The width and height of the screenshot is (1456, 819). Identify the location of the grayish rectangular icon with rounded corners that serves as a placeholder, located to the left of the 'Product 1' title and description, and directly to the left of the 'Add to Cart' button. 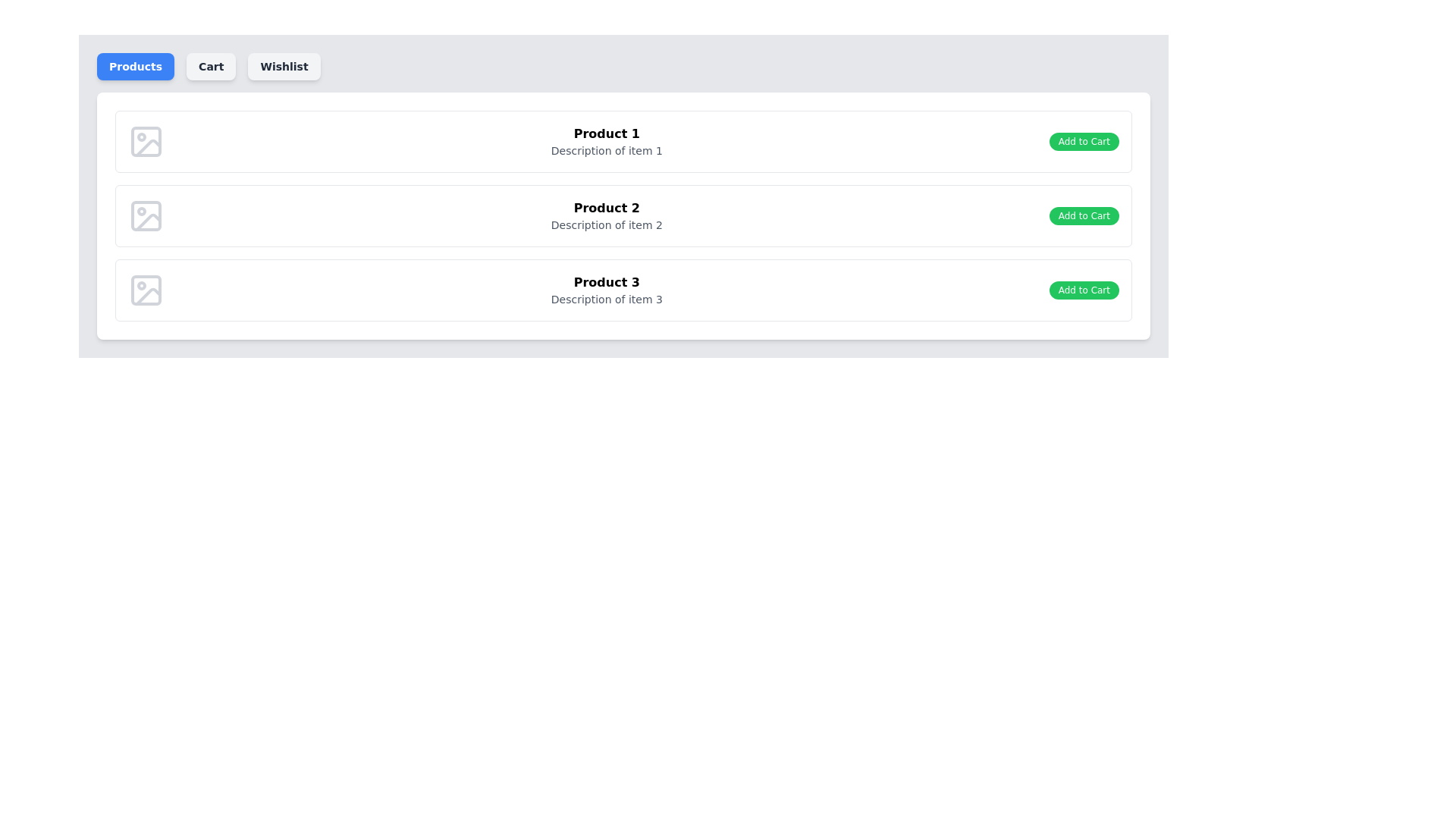
(146, 141).